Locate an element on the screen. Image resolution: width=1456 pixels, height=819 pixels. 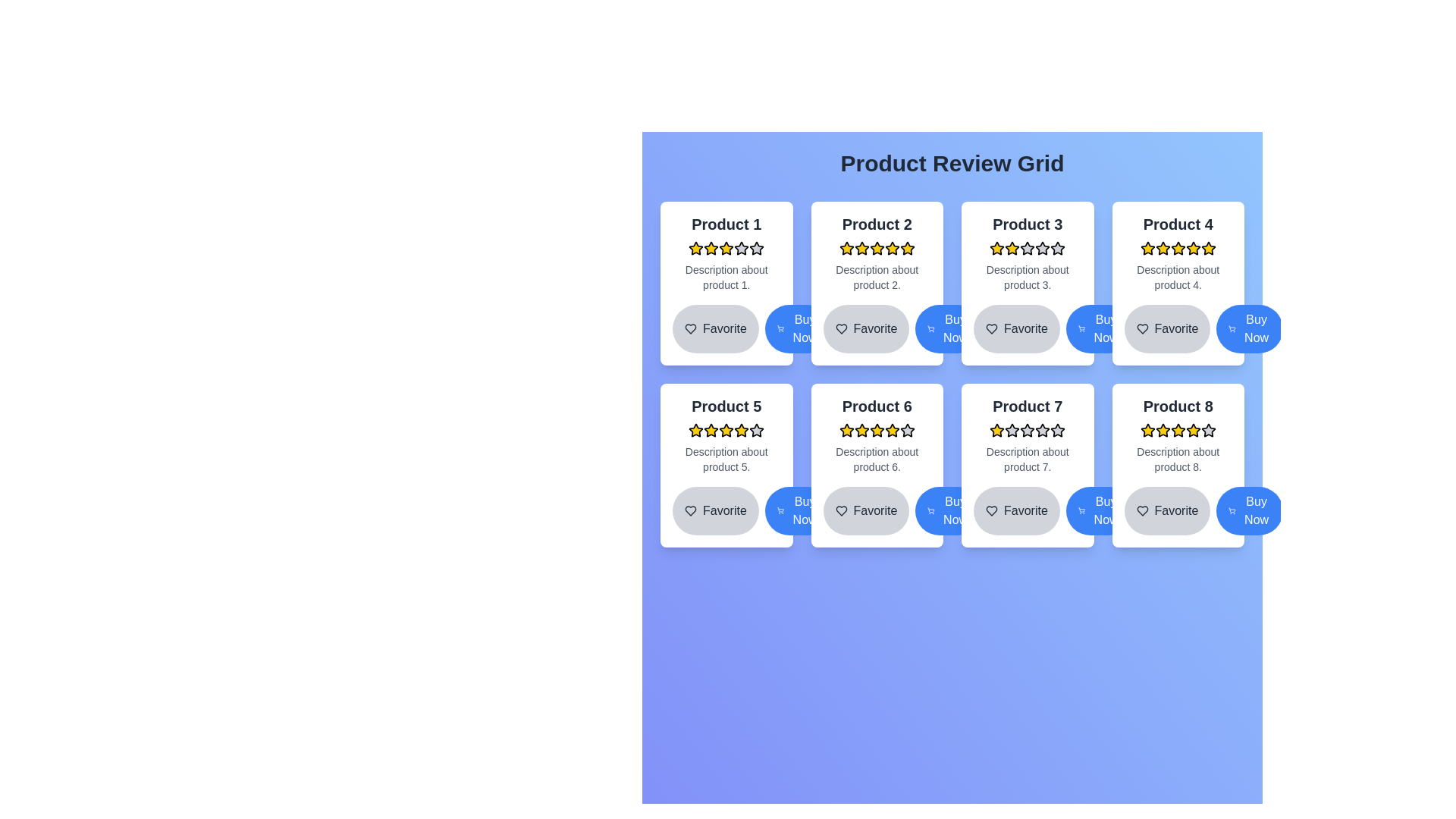
the fifth star icon representing the rating for 'Product 3', which is currently in an unselected state is located at coordinates (1057, 247).